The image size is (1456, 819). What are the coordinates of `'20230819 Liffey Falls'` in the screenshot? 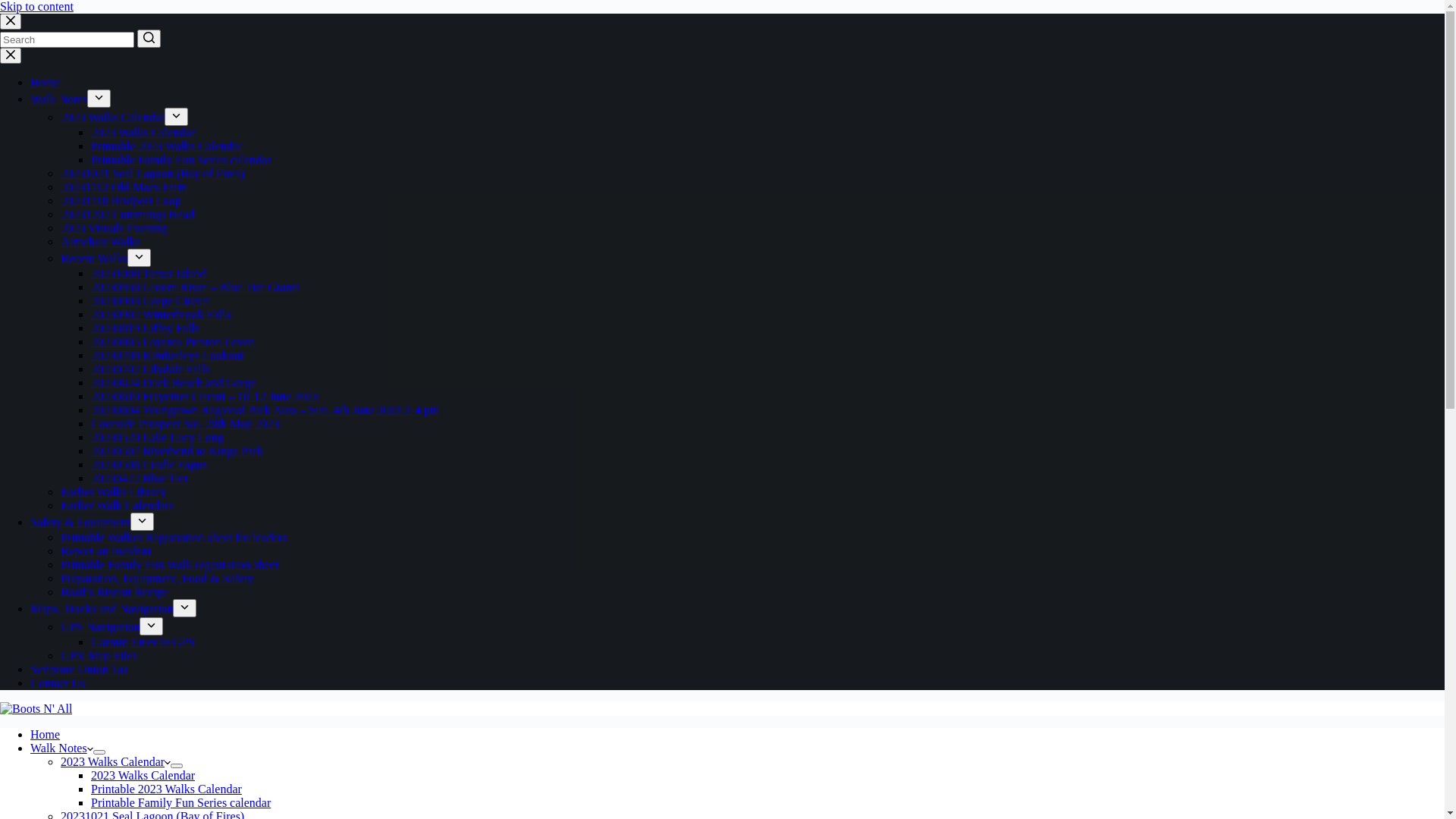 It's located at (145, 327).